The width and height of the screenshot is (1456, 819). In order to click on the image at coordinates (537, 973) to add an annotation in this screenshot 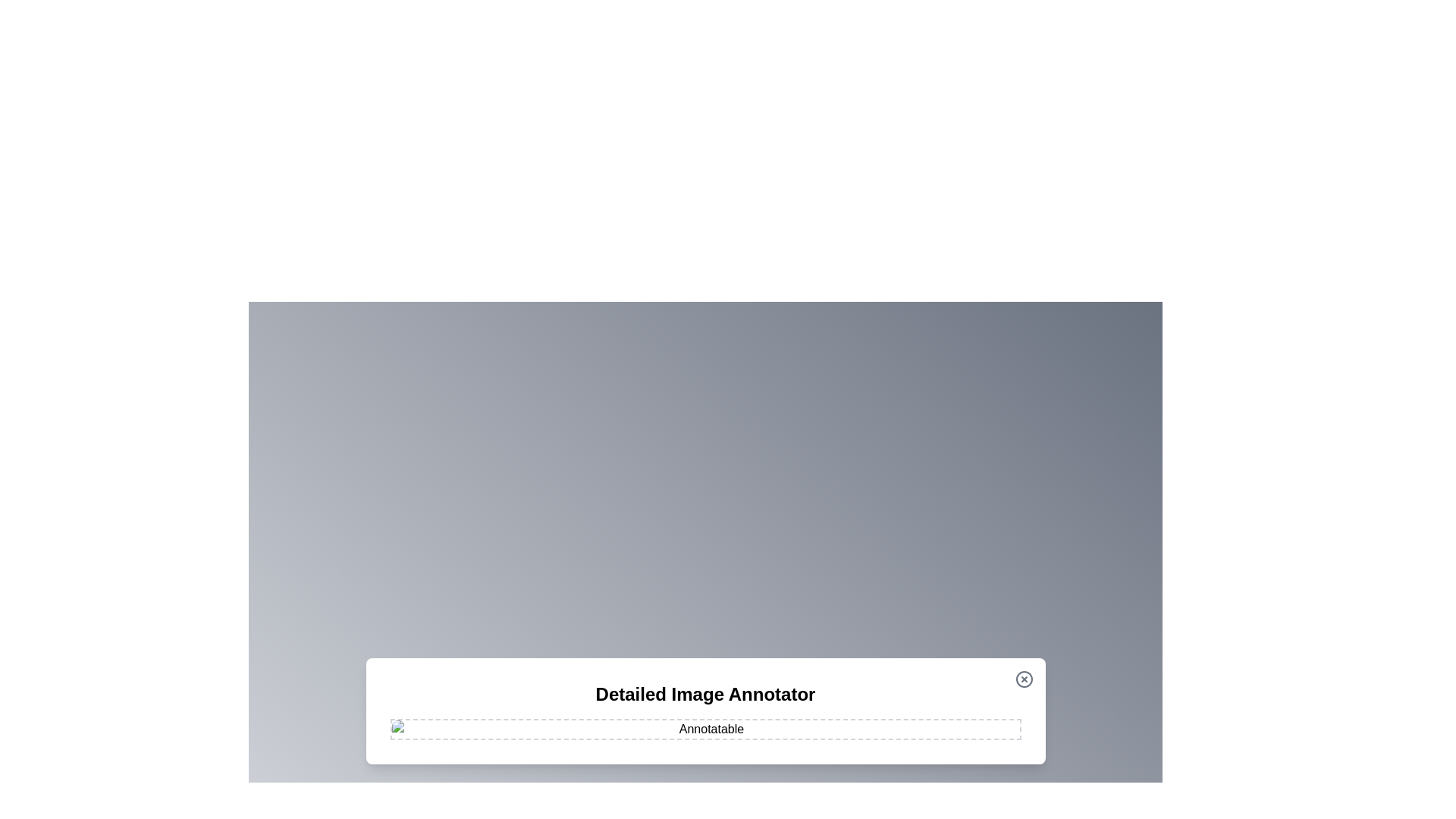, I will do `click(407, 736)`.